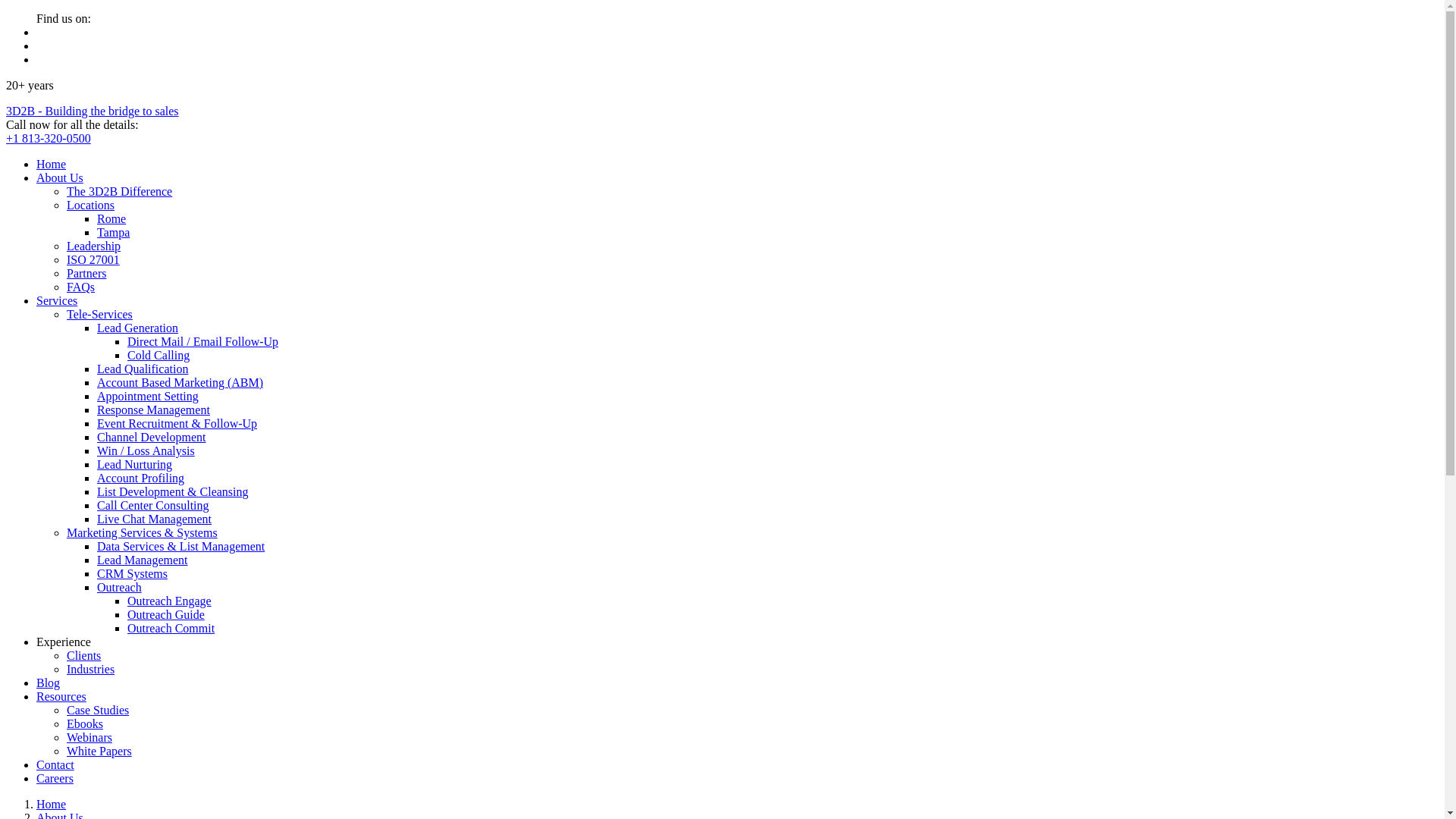  What do you see at coordinates (171, 628) in the screenshot?
I see `'Outreach Commit'` at bounding box center [171, 628].